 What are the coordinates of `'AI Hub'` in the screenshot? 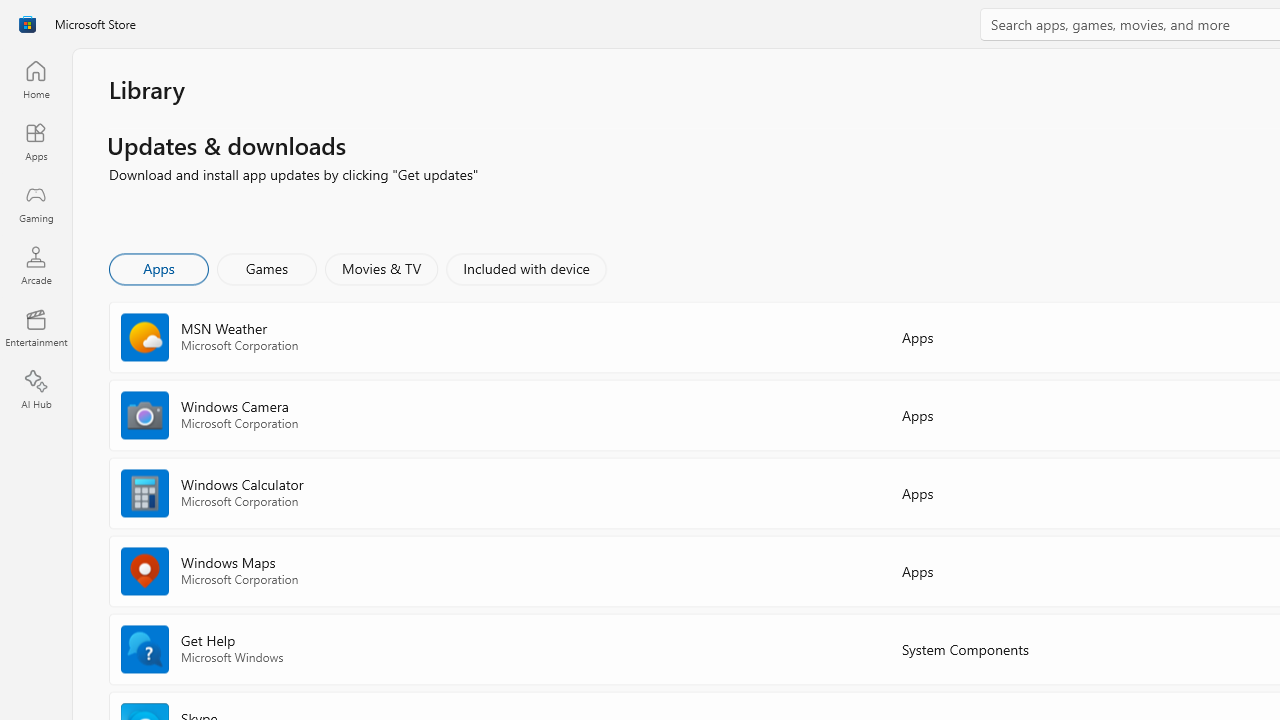 It's located at (35, 390).